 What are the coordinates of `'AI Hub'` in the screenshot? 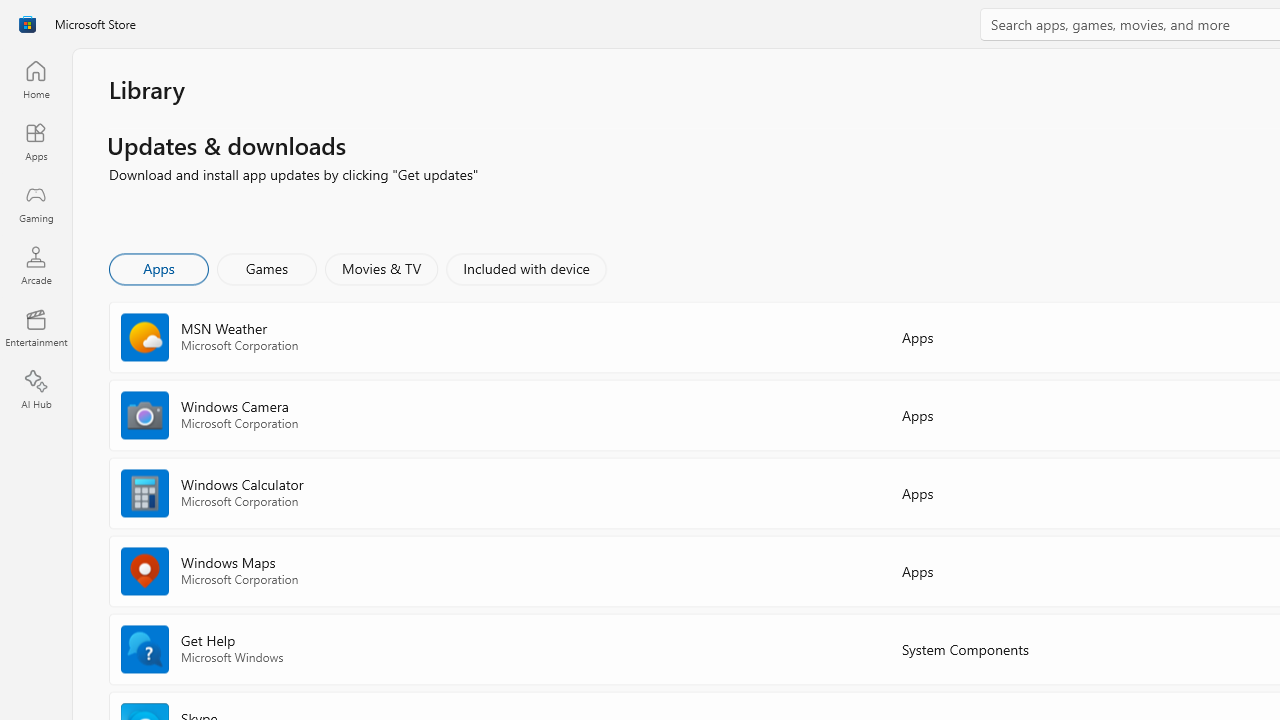 It's located at (35, 390).